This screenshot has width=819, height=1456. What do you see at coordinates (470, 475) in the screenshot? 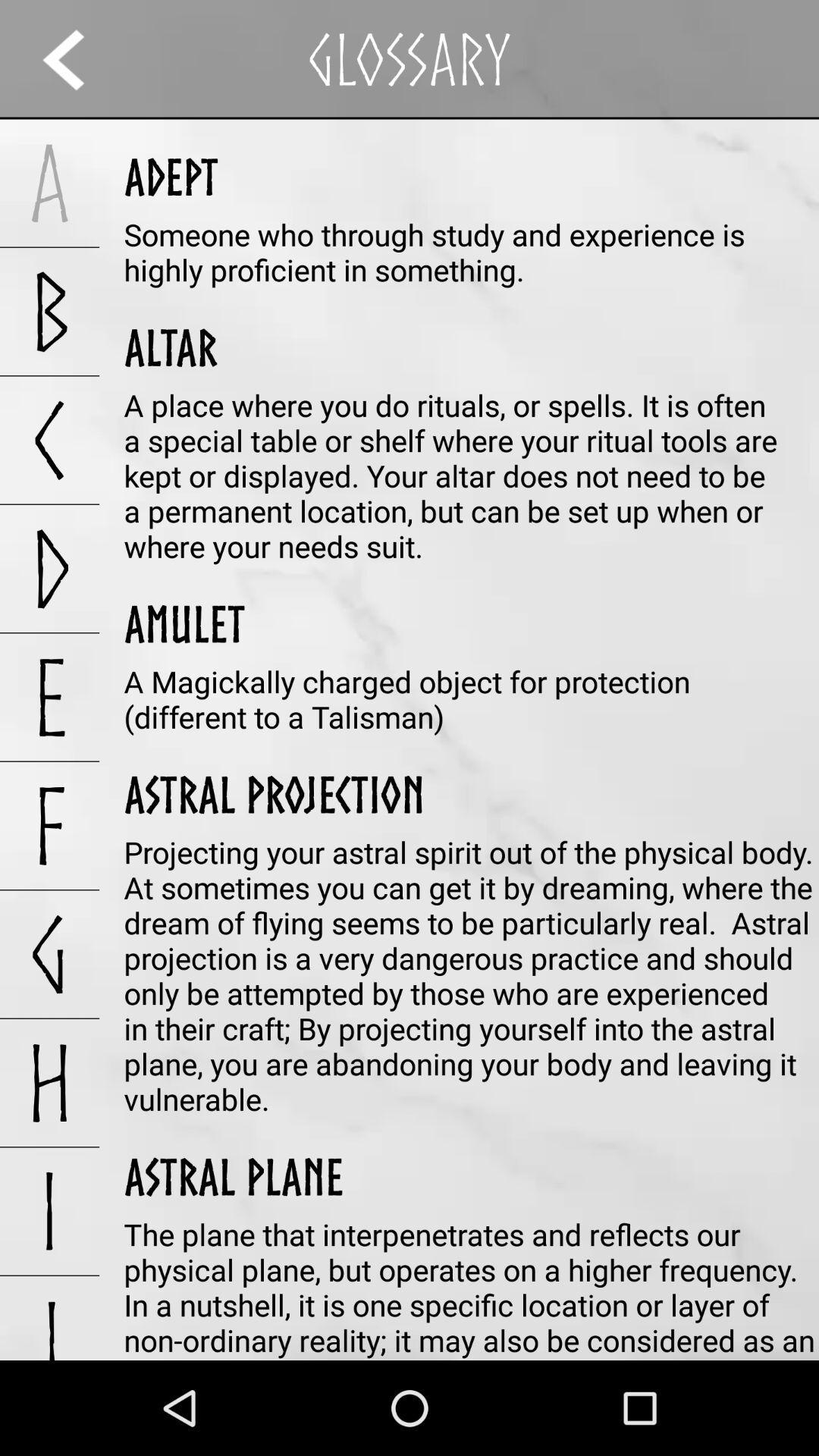
I see `a place where icon` at bounding box center [470, 475].